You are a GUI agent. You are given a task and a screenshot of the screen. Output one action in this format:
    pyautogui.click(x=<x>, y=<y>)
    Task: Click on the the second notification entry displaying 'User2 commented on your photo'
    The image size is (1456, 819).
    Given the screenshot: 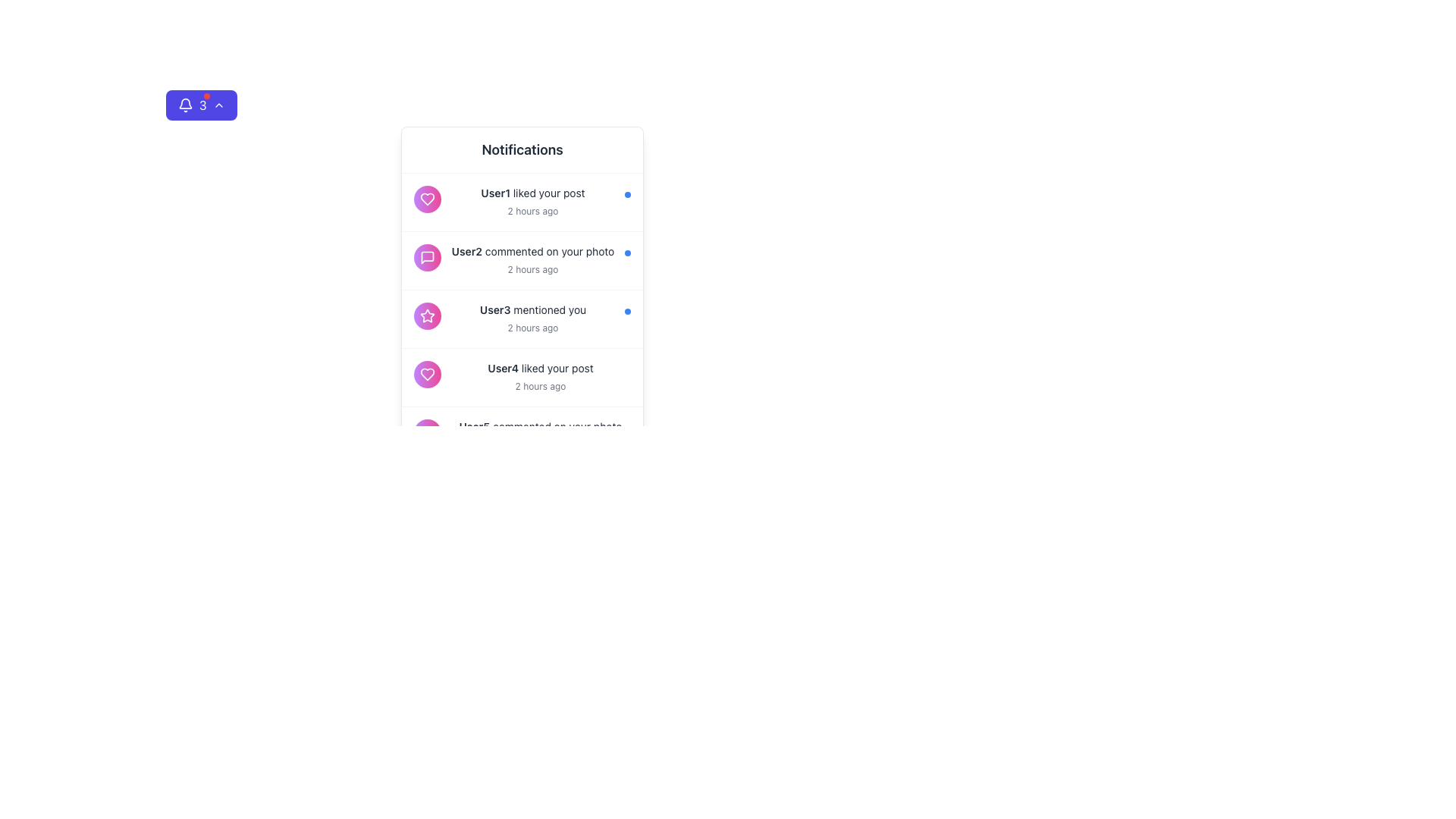 What is the action you would take?
    pyautogui.click(x=532, y=259)
    